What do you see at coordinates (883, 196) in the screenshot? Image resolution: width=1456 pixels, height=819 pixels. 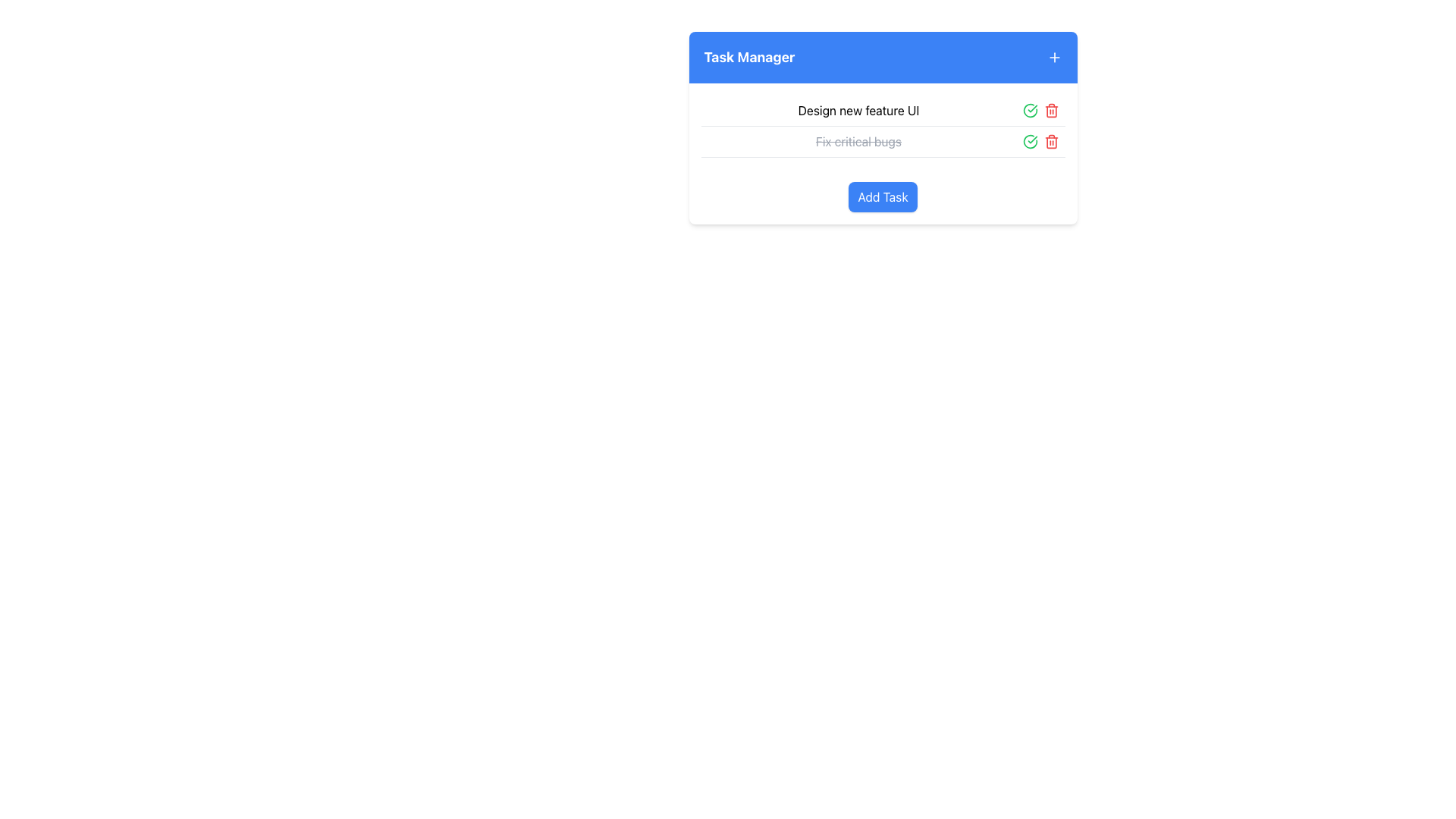 I see `the 'Add Task' button located at the bottom of the Task Manager` at bounding box center [883, 196].